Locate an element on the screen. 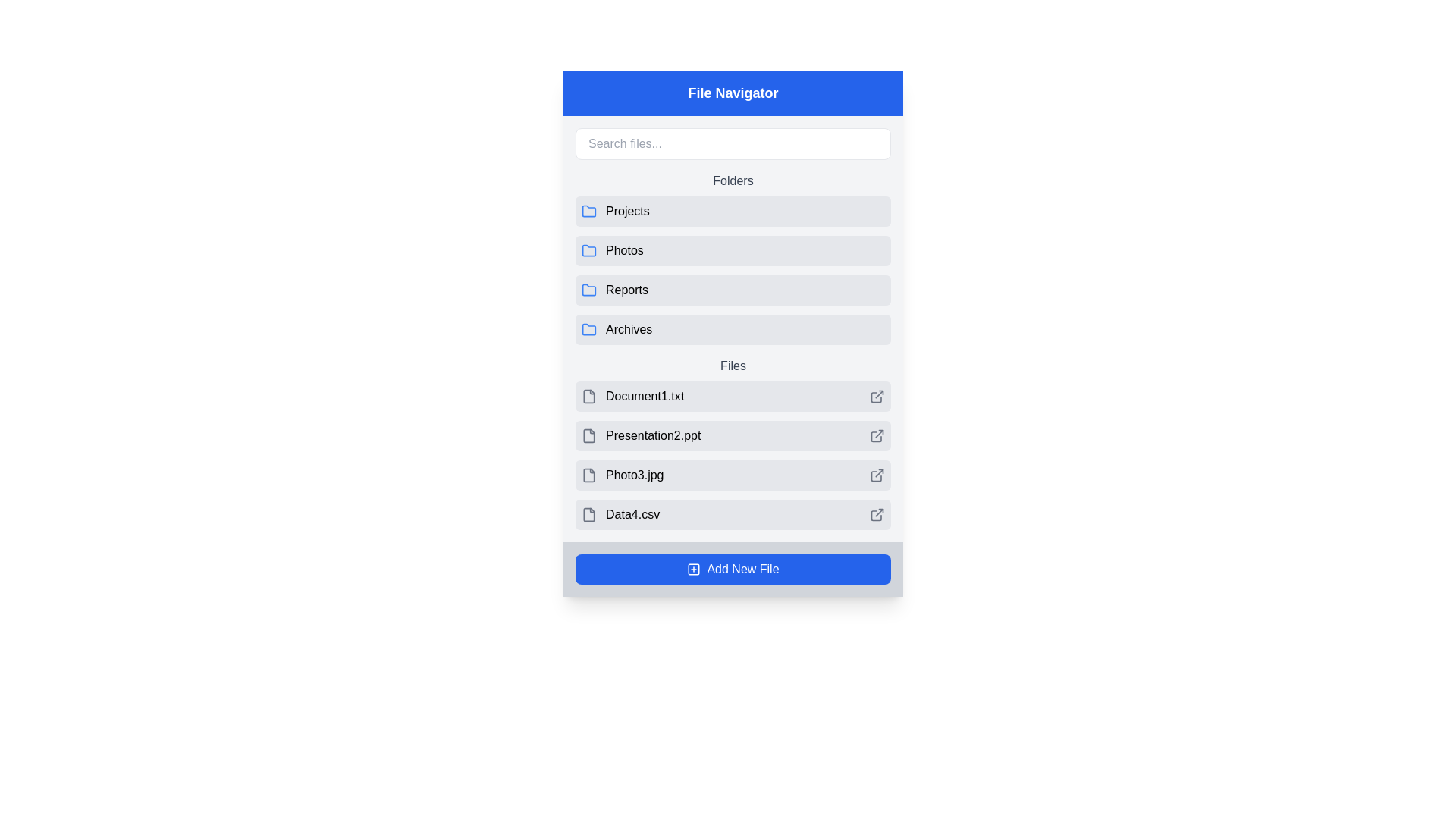 The height and width of the screenshot is (819, 1456). the icon representing the file 'Photo3.jpg' is located at coordinates (622, 475).